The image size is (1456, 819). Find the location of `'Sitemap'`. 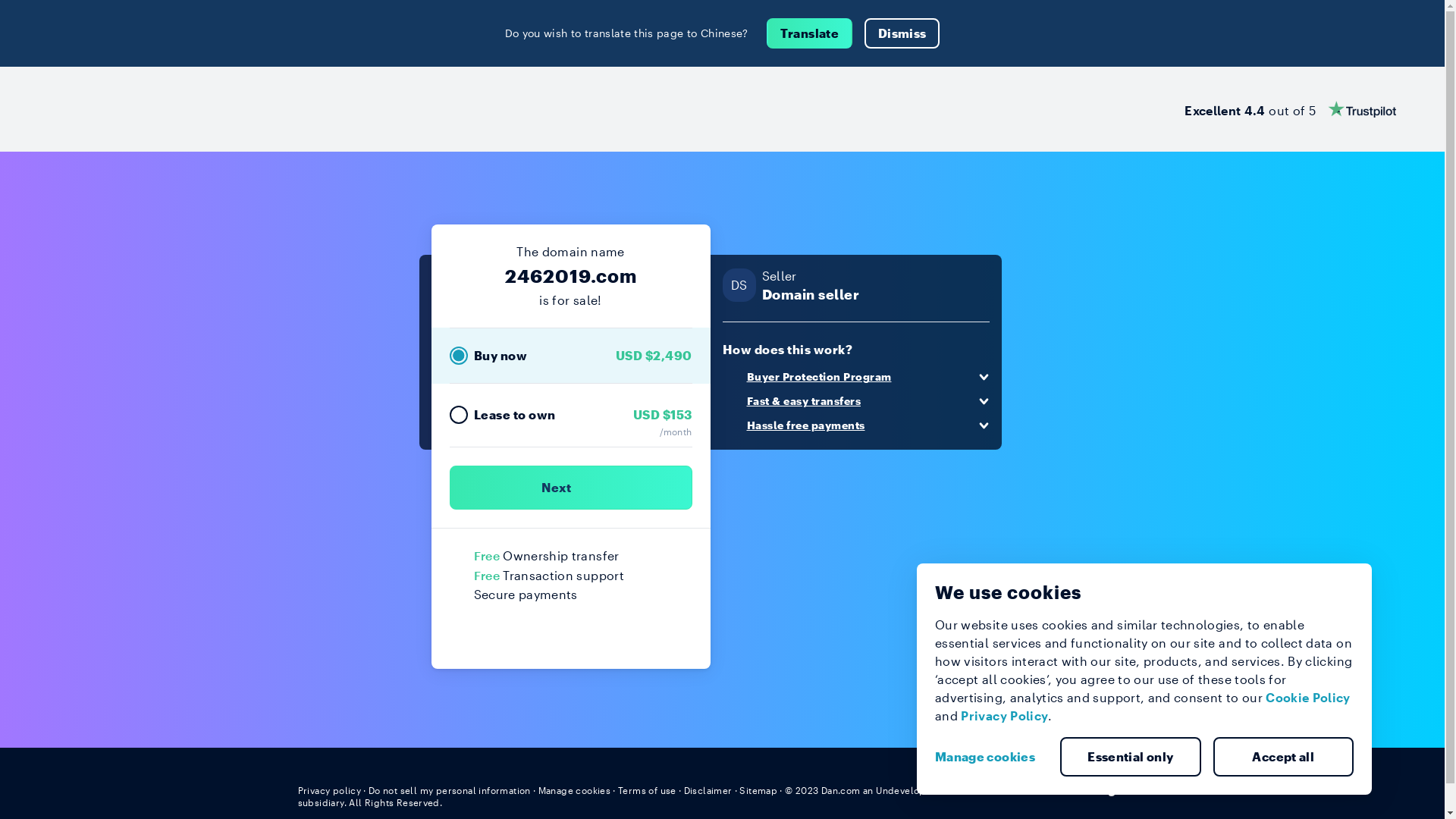

'Sitemap' is located at coordinates (739, 789).